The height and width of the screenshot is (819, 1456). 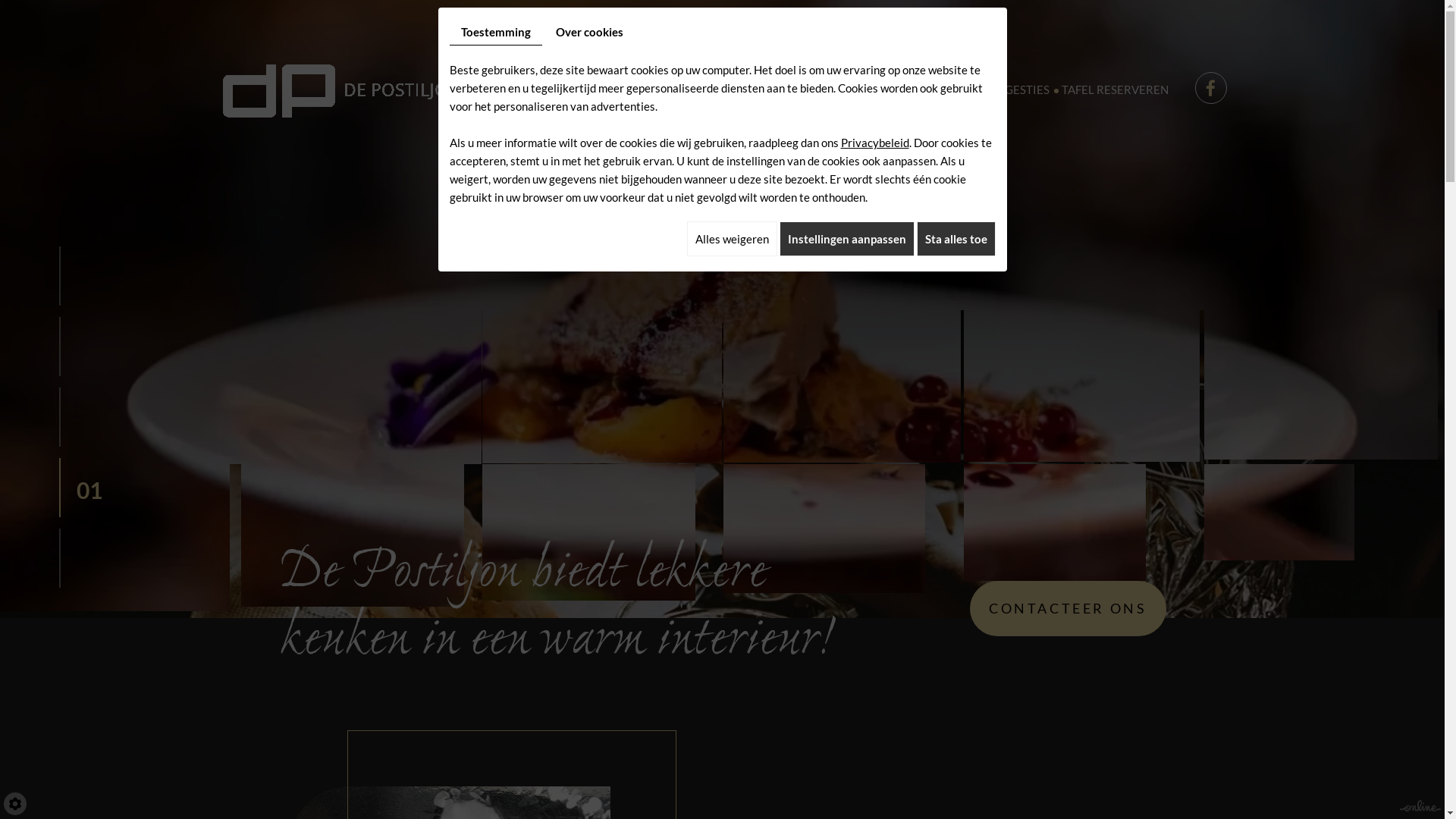 What do you see at coordinates (340, 87) in the screenshot?
I see `'Brasserie-Restaurant De Postiljon - Restaurant'` at bounding box center [340, 87].